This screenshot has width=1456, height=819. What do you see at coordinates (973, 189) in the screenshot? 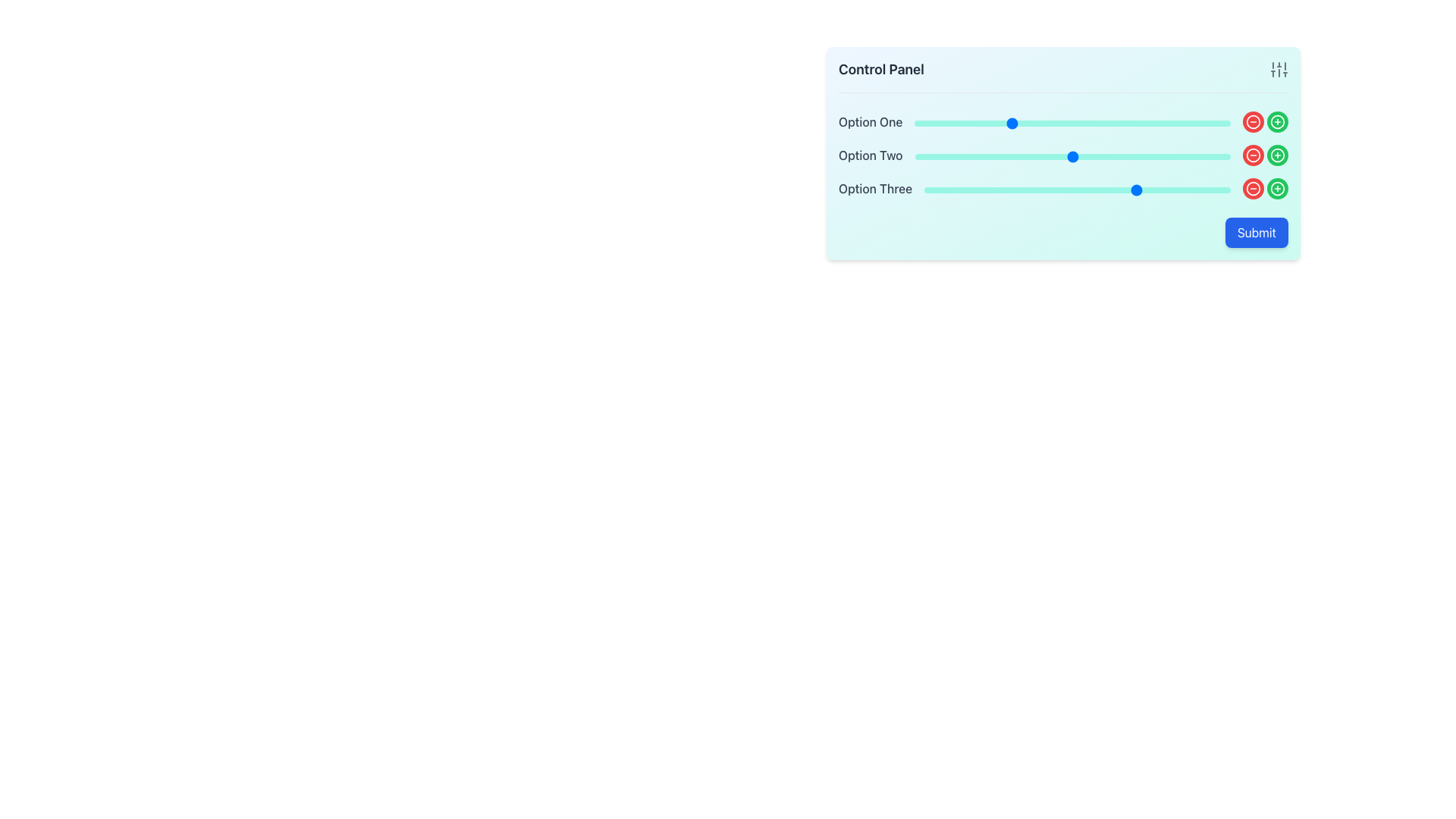
I see `the slider value` at bounding box center [973, 189].